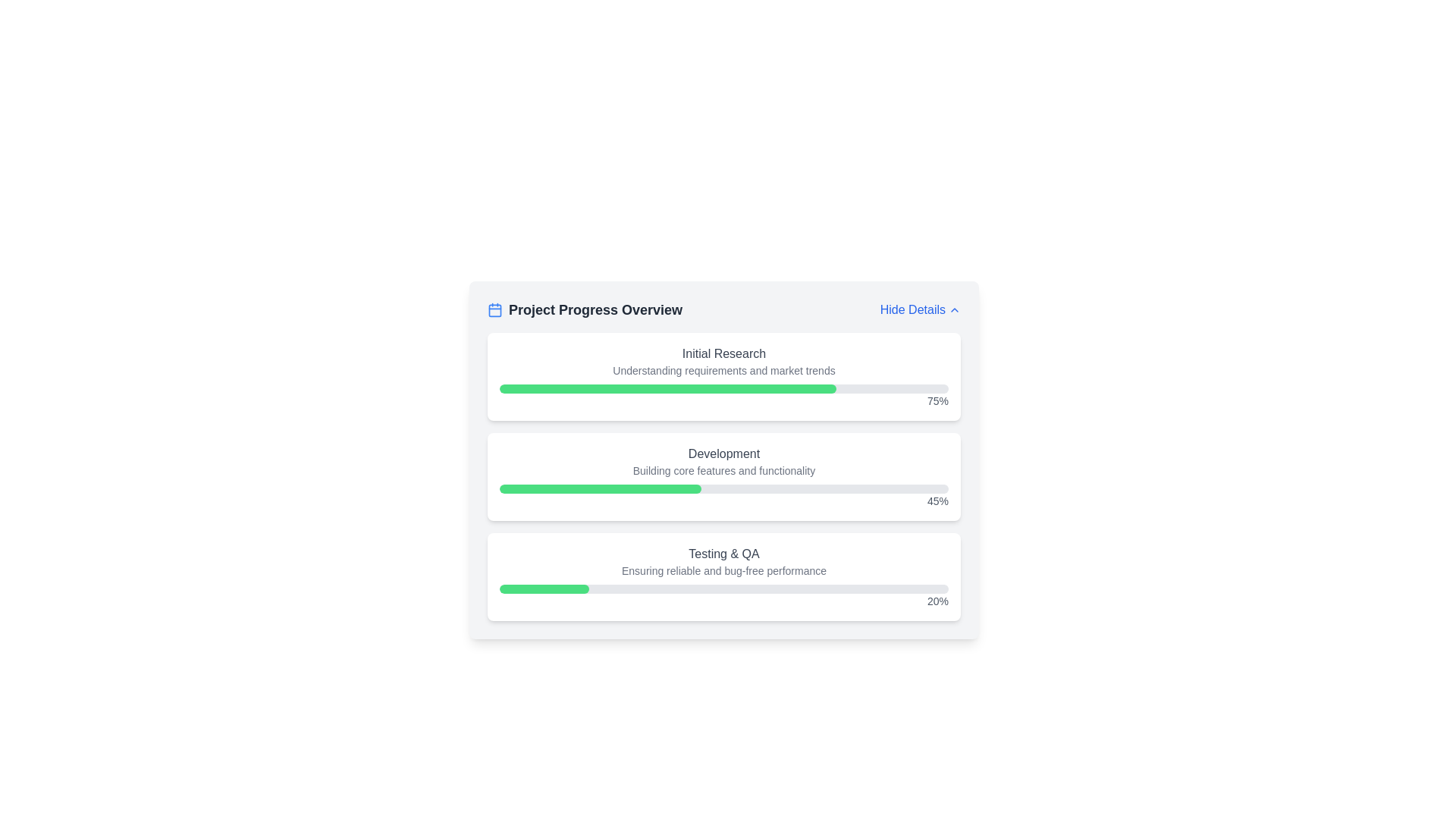 This screenshot has width=1456, height=819. I want to click on the progress bar representing the completion percentage of the 'Initial Research' task located within the 'Initial Research' card, so click(723, 388).